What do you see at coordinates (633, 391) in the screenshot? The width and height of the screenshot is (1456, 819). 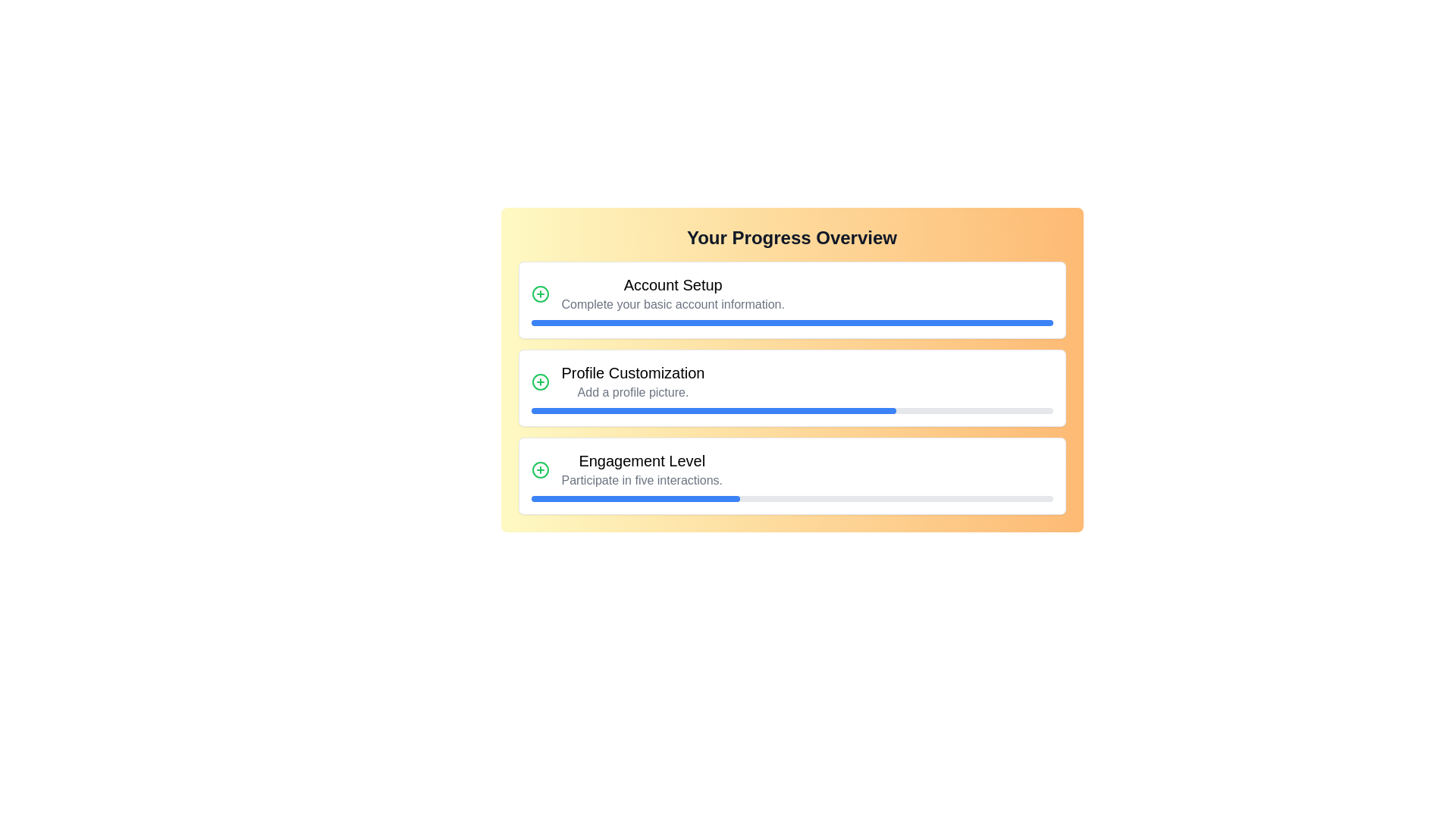 I see `informational text label displaying 'Add a profile picture.' located below the heading 'Profile Customization' in the progress overview interface` at bounding box center [633, 391].